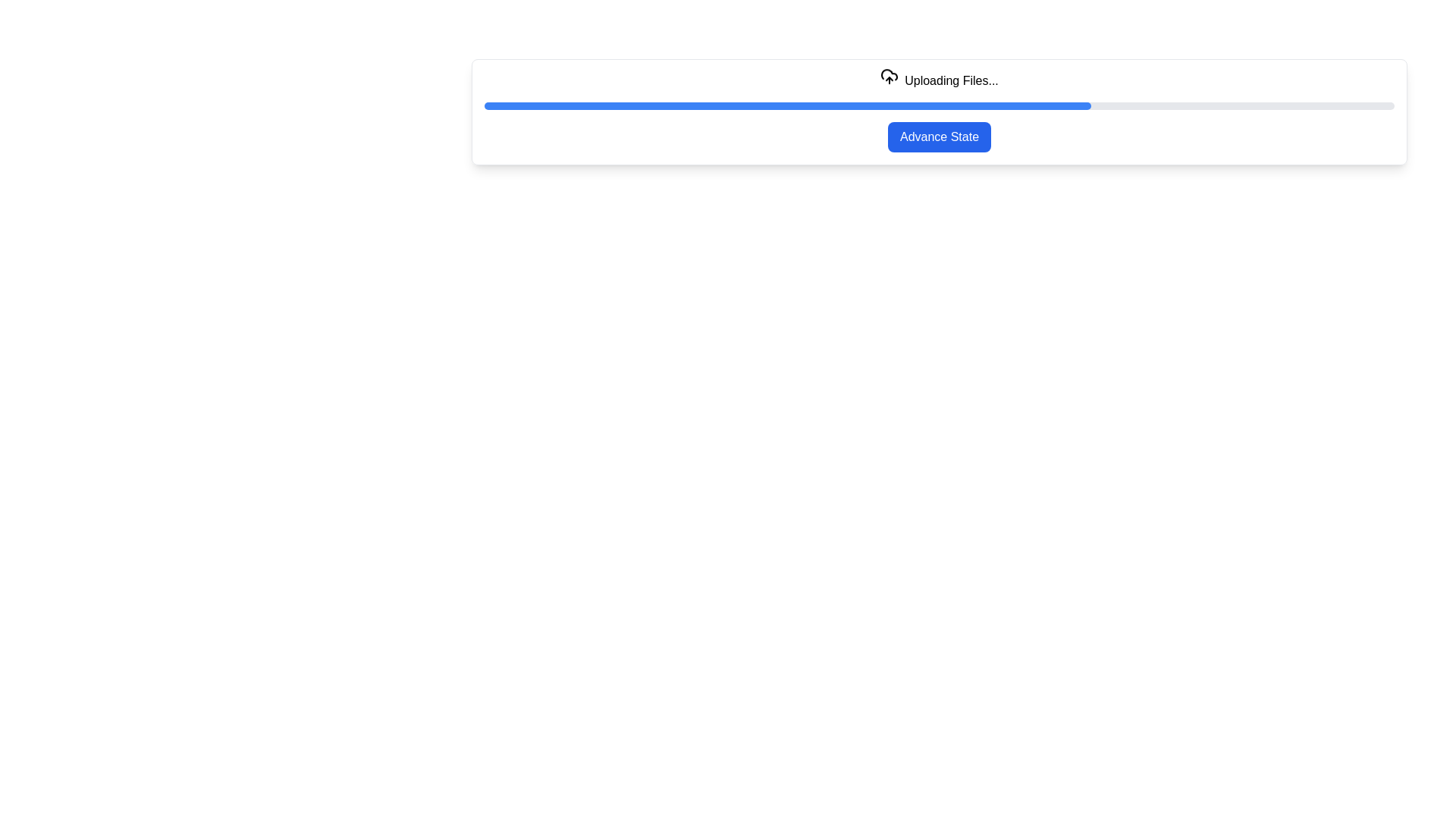  What do you see at coordinates (938, 137) in the screenshot?
I see `the 'Advance State' button, which is a blue rectangular button with white text, located below the 'Uploading Files...' text and aligned with the horizontal progress bar` at bounding box center [938, 137].